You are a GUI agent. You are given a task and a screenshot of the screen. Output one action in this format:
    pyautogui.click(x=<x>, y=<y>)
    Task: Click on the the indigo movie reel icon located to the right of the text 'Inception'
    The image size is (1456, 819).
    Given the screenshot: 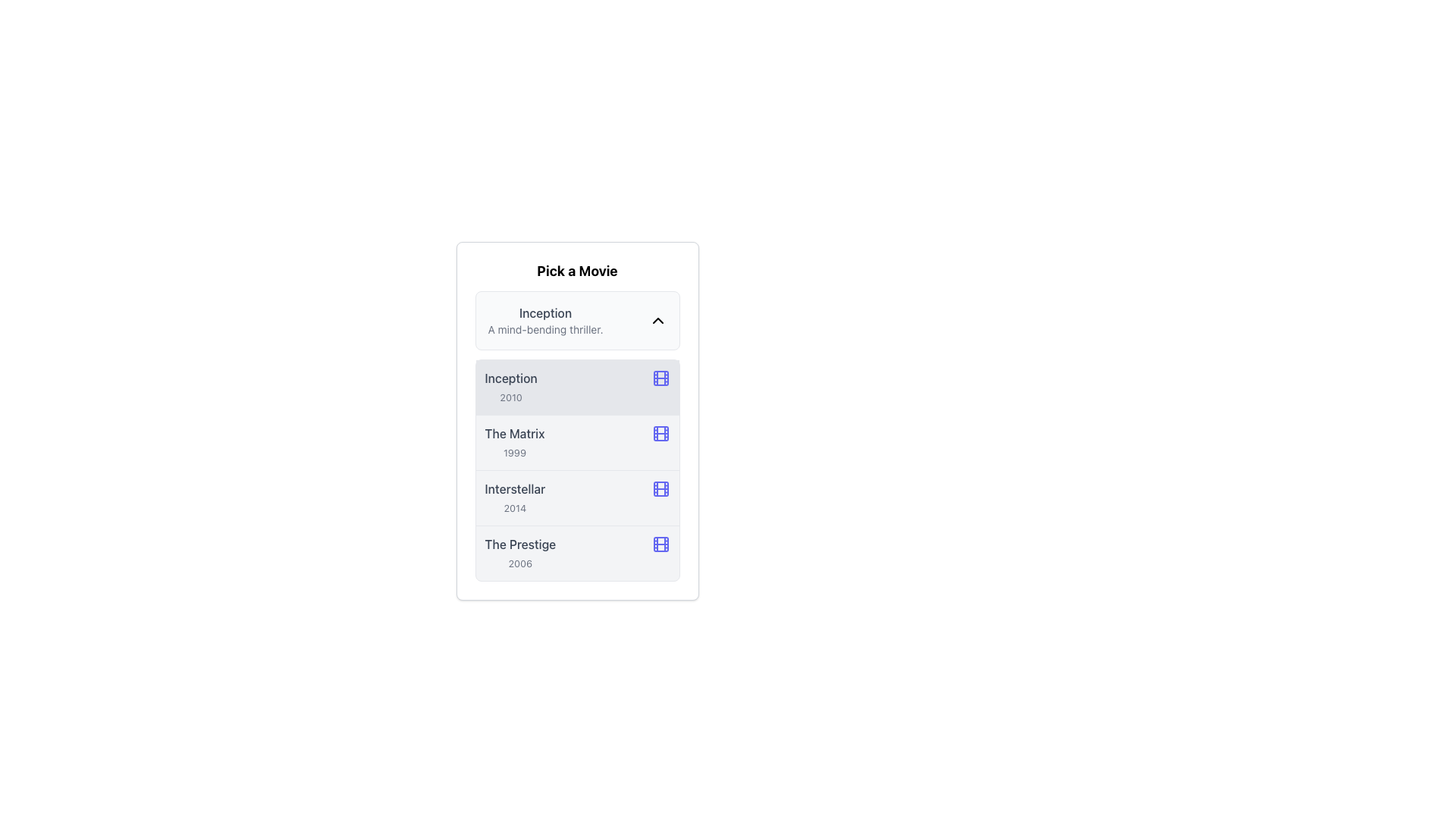 What is the action you would take?
    pyautogui.click(x=661, y=377)
    